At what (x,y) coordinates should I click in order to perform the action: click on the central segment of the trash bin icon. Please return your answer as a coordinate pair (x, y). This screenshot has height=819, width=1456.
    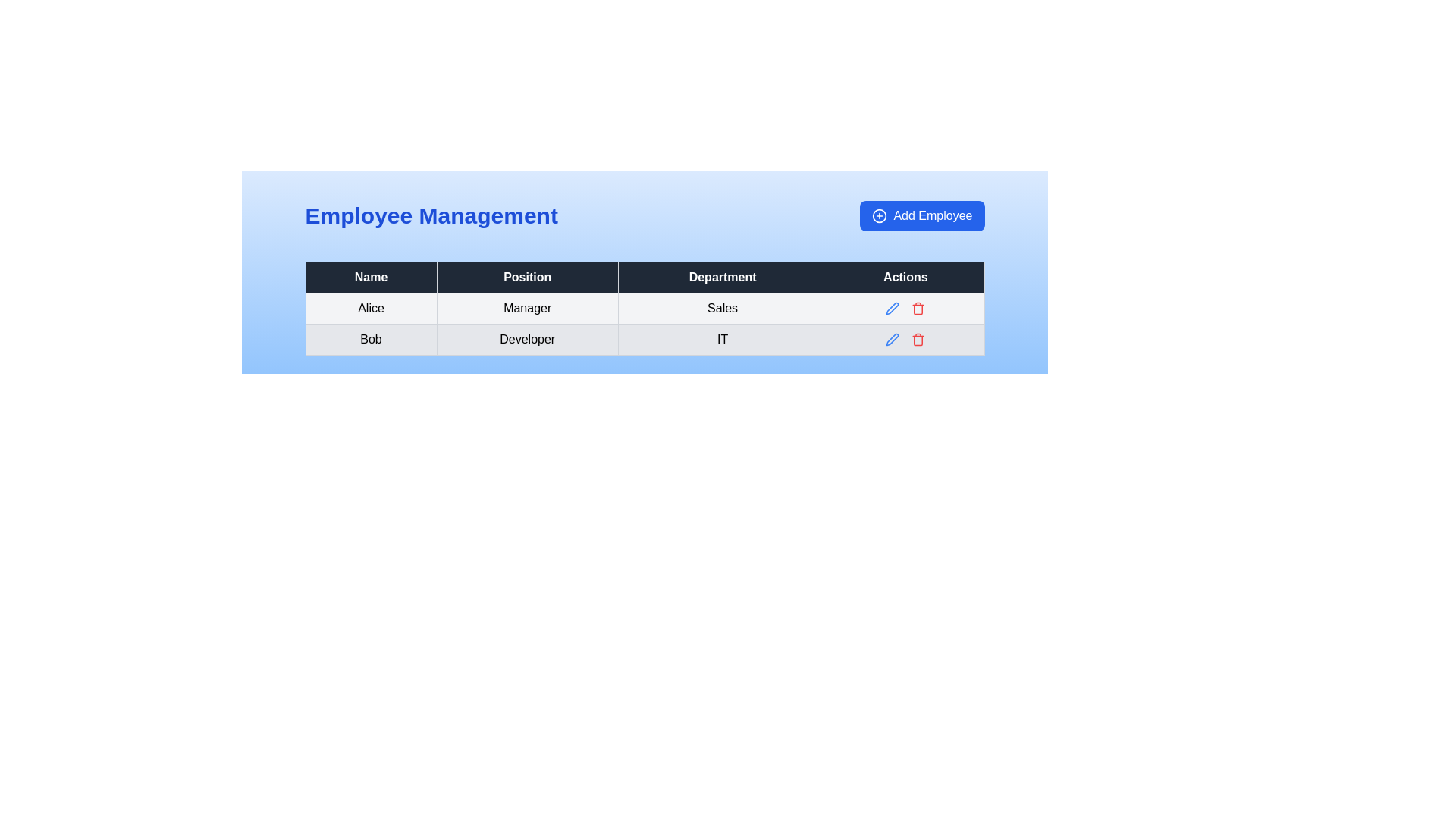
    Looking at the image, I should click on (918, 340).